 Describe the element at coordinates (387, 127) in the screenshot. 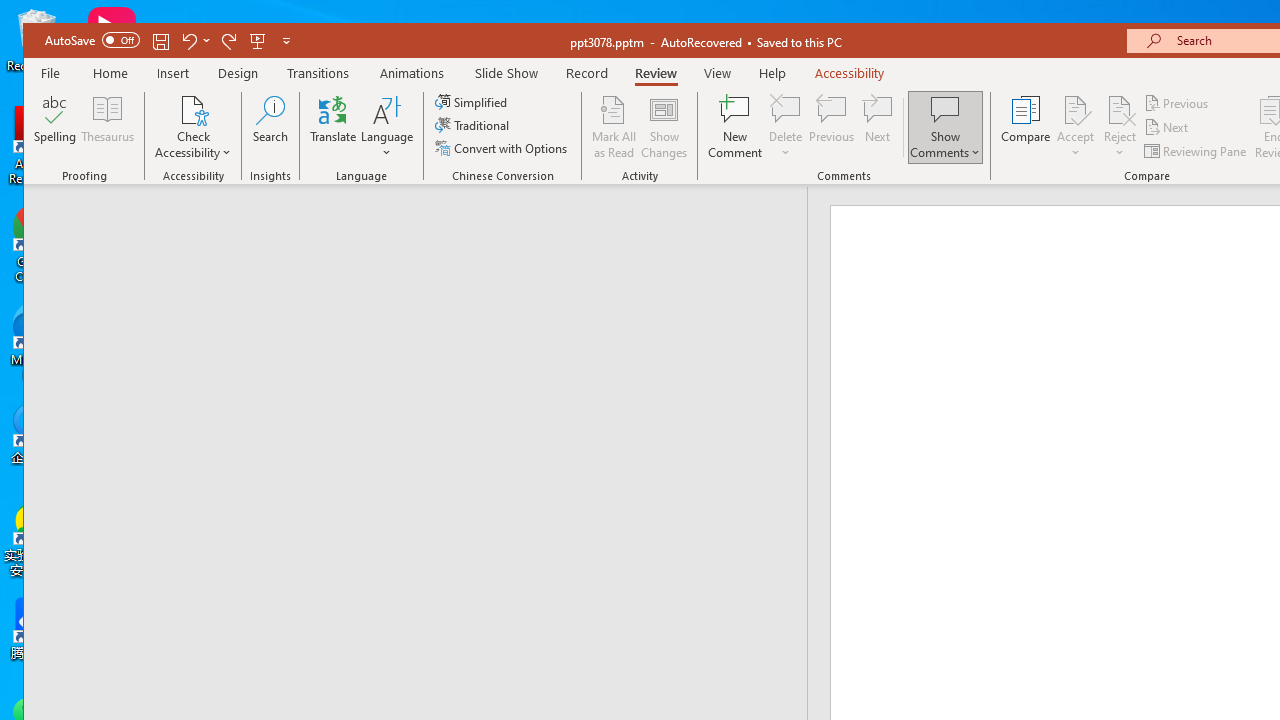

I see `'Language'` at that location.